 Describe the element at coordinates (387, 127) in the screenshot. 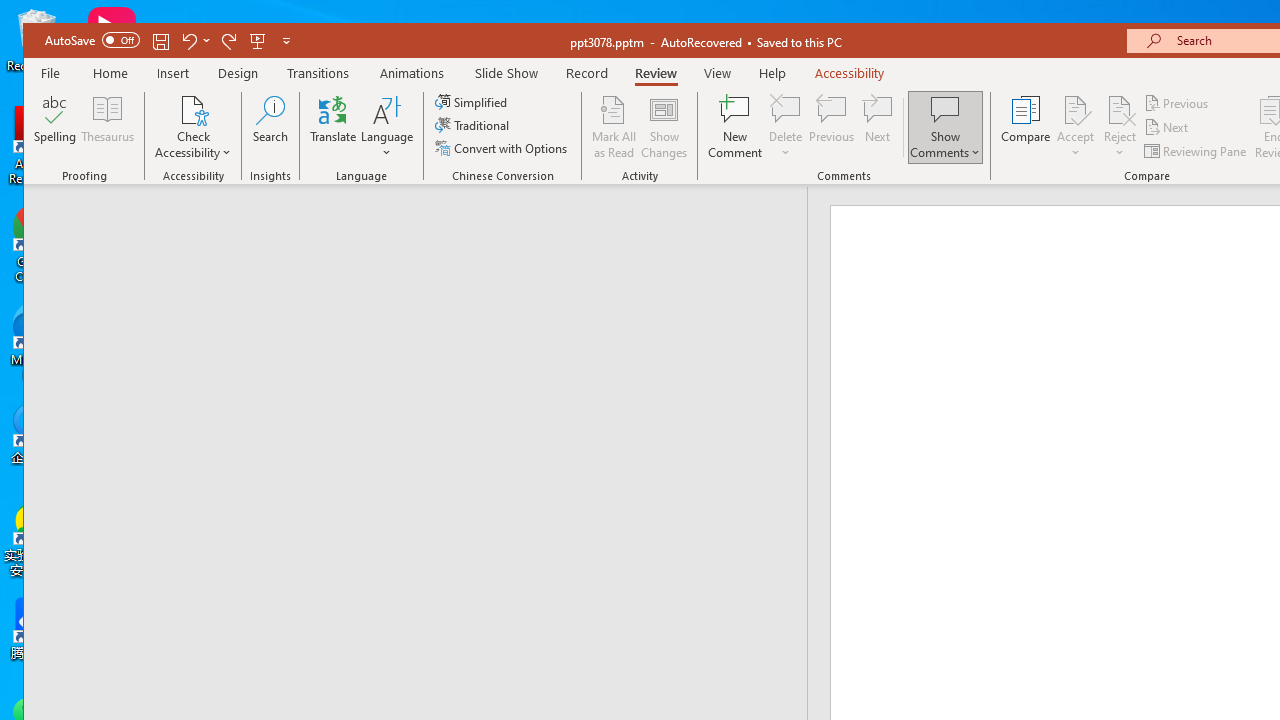

I see `'Language'` at that location.